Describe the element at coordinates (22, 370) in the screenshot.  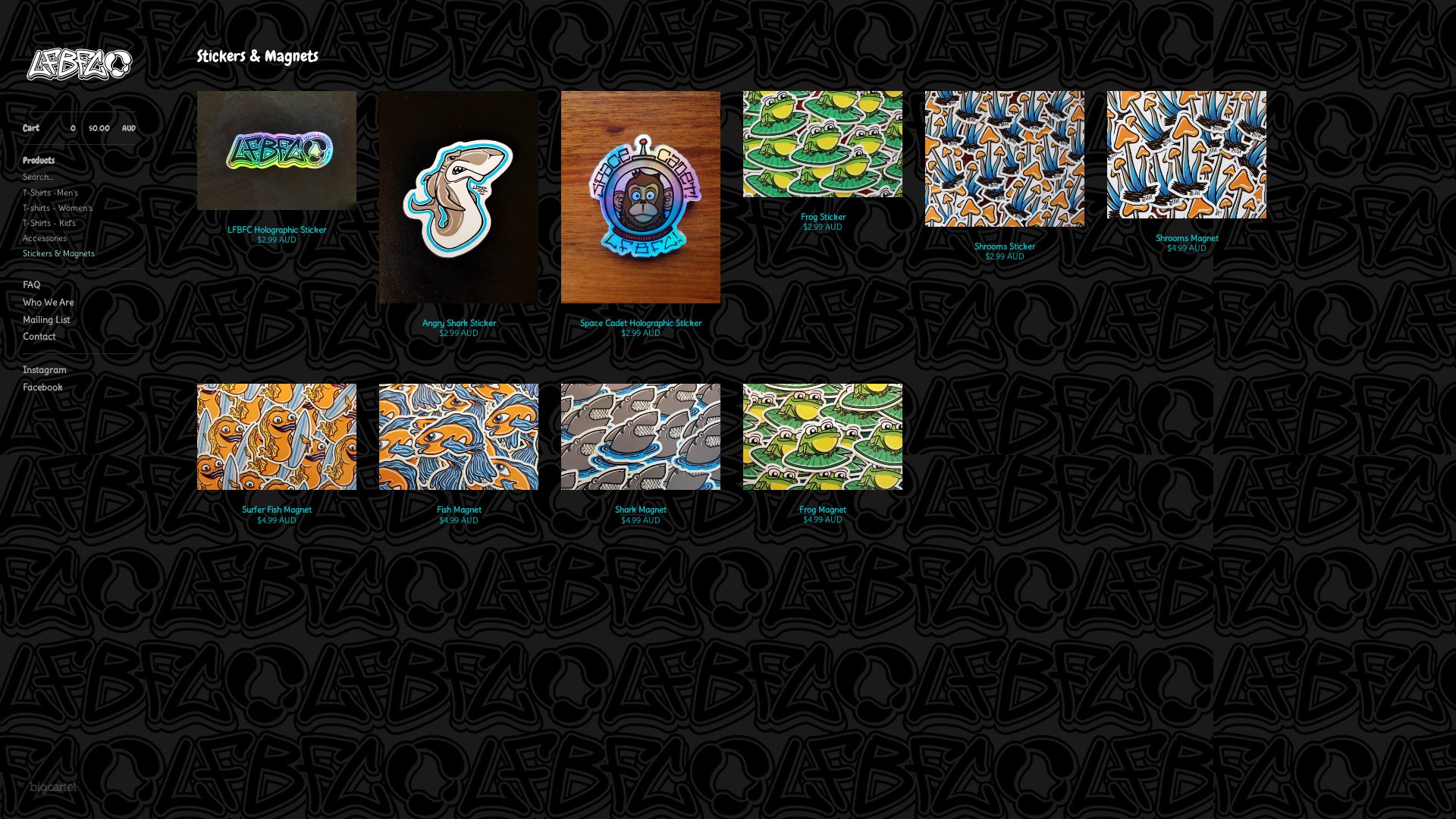
I see `'Instagram'` at that location.